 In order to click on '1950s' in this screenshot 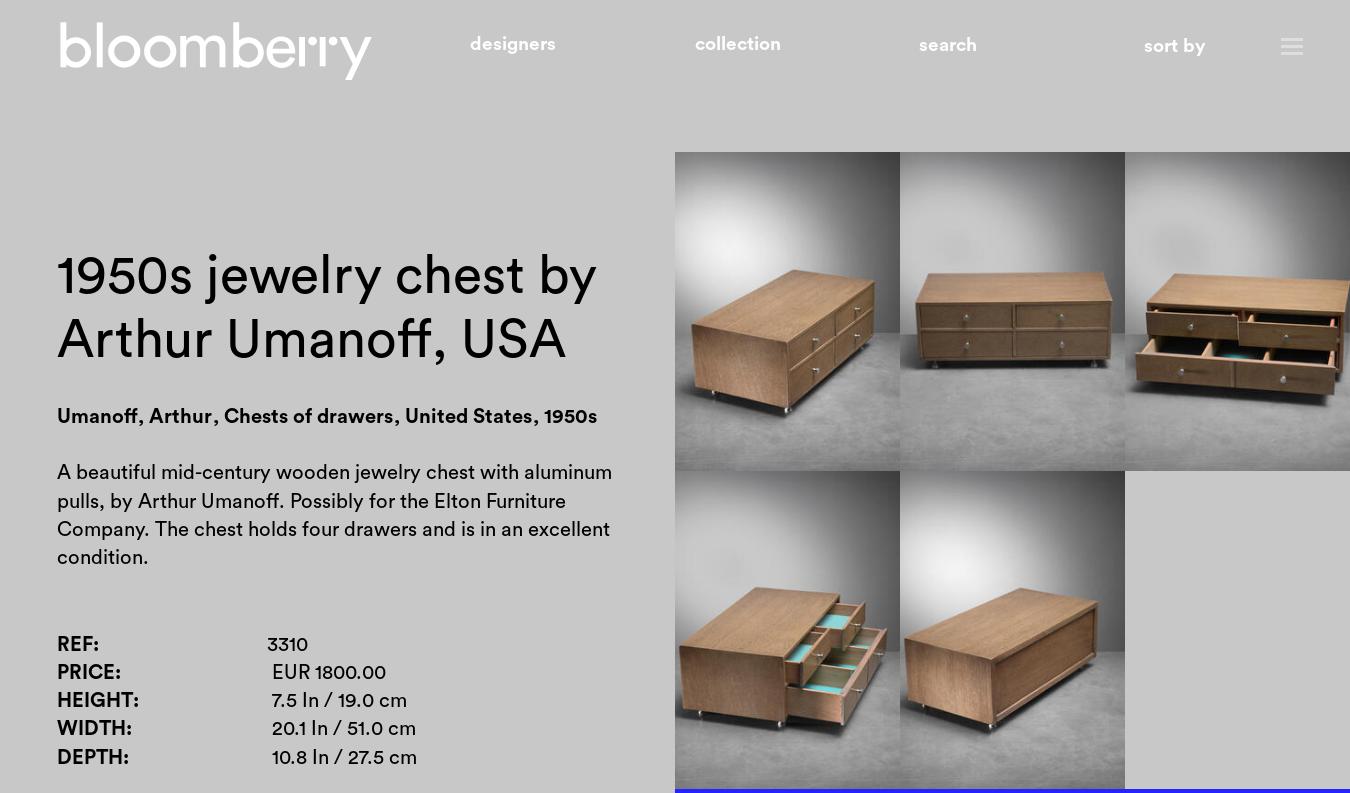, I will do `click(541, 416)`.